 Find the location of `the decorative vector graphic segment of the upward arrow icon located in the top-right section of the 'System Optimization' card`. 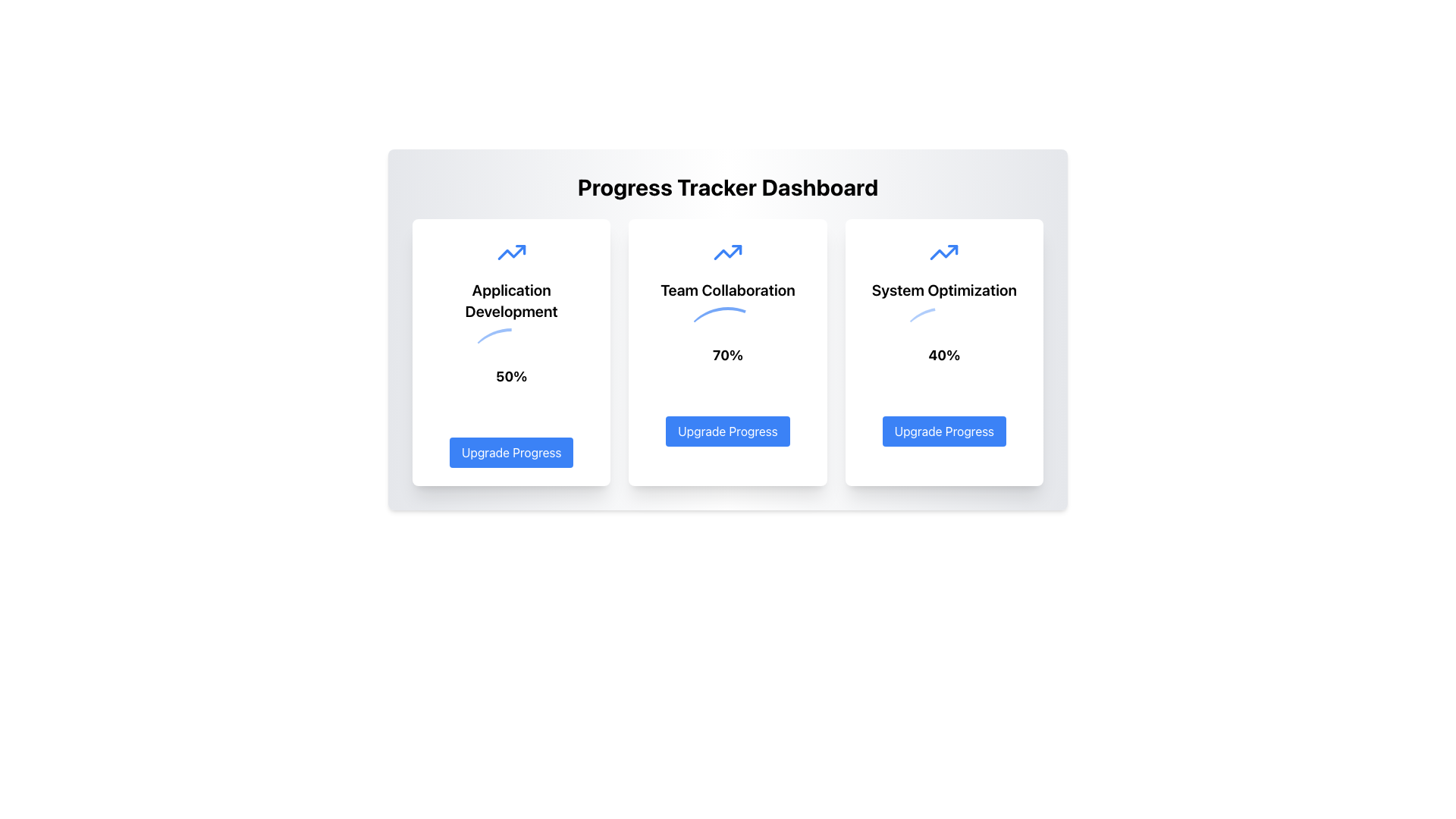

the decorative vector graphic segment of the upward arrow icon located in the top-right section of the 'System Optimization' card is located at coordinates (952, 249).